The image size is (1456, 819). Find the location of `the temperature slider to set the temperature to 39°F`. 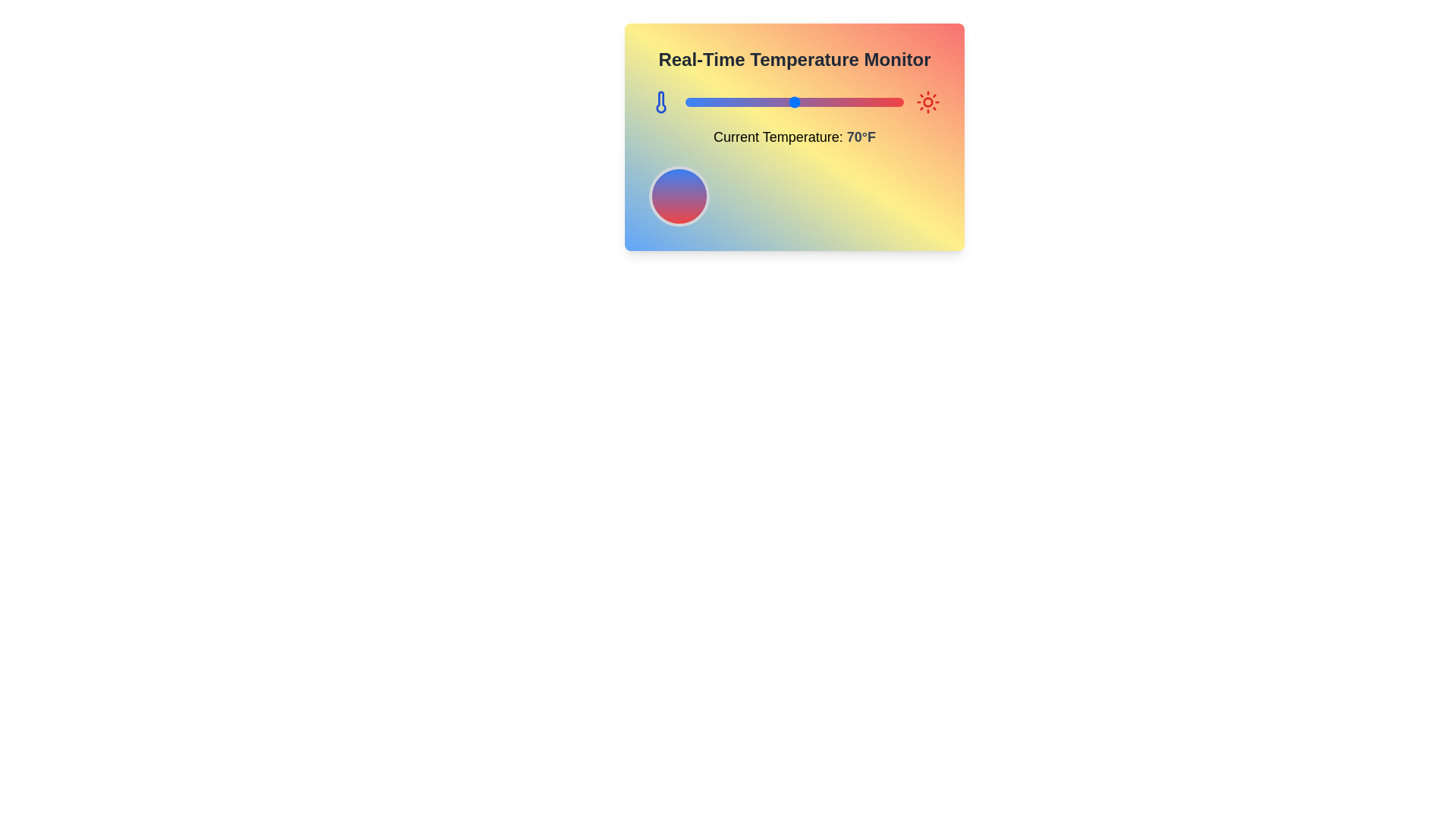

the temperature slider to set the temperature to 39°F is located at coordinates (726, 102).